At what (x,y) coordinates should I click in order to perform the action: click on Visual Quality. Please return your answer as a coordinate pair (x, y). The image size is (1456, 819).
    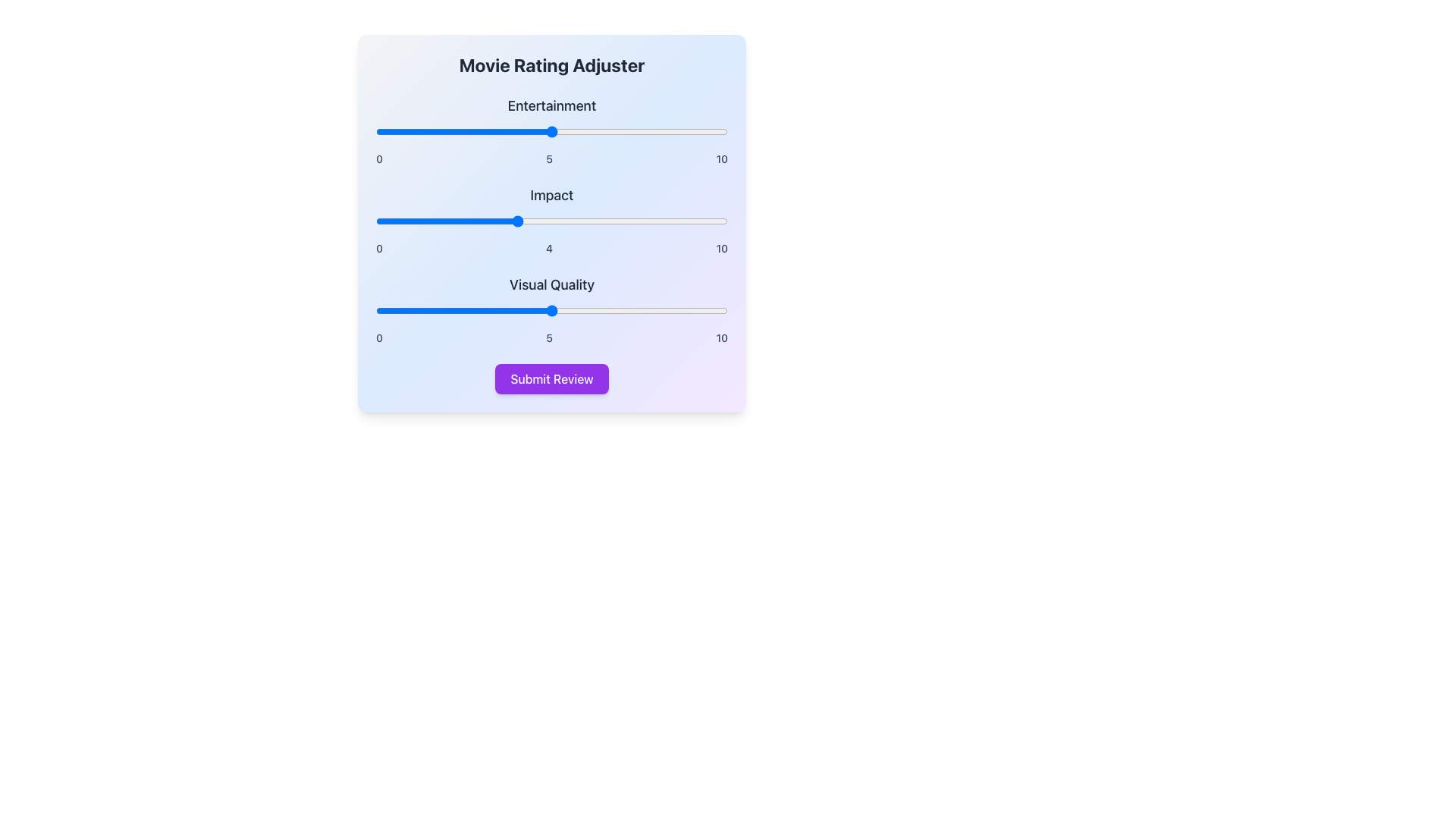
    Looking at the image, I should click on (622, 309).